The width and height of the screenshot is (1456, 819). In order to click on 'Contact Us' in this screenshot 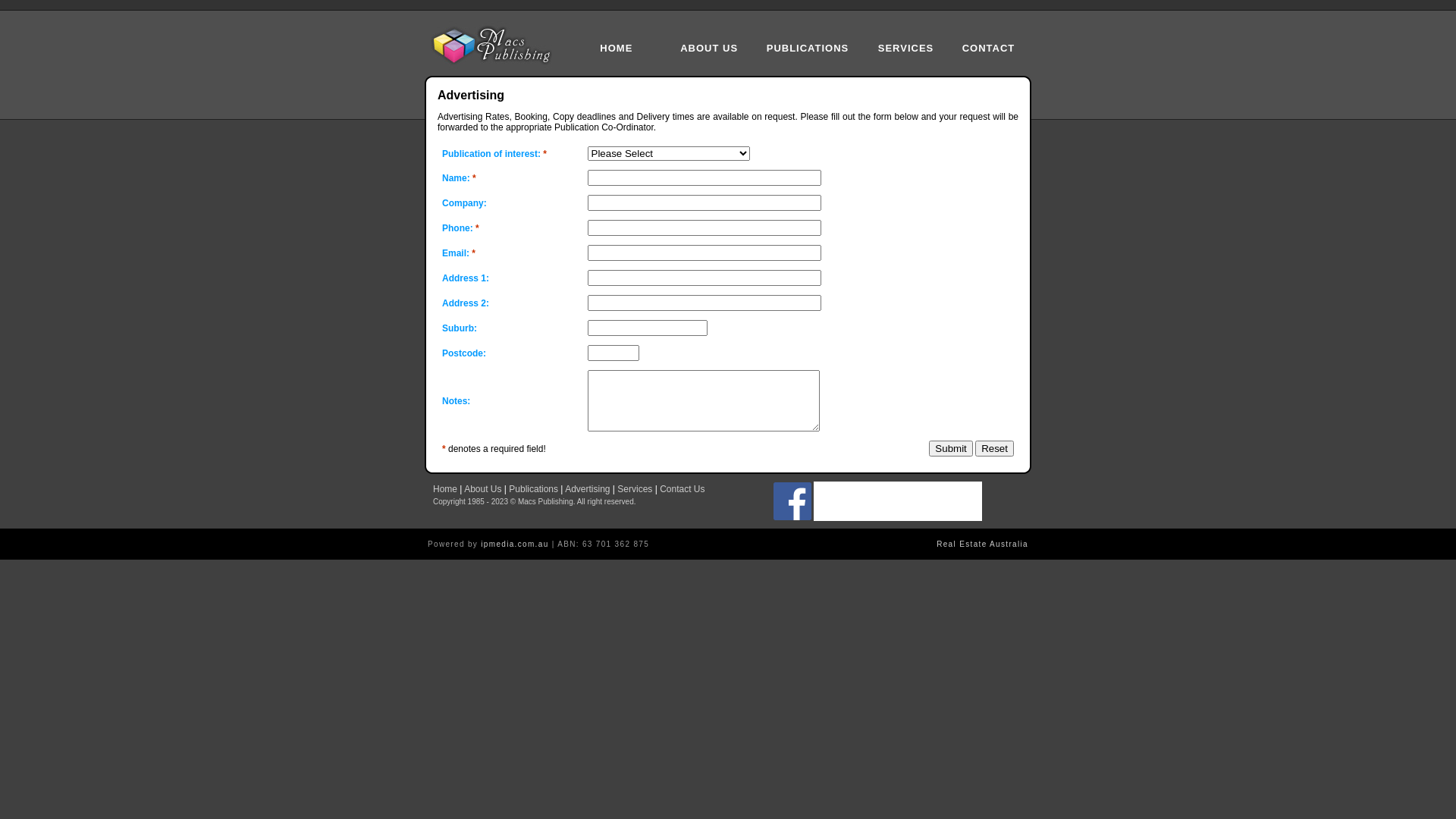, I will do `click(681, 488)`.